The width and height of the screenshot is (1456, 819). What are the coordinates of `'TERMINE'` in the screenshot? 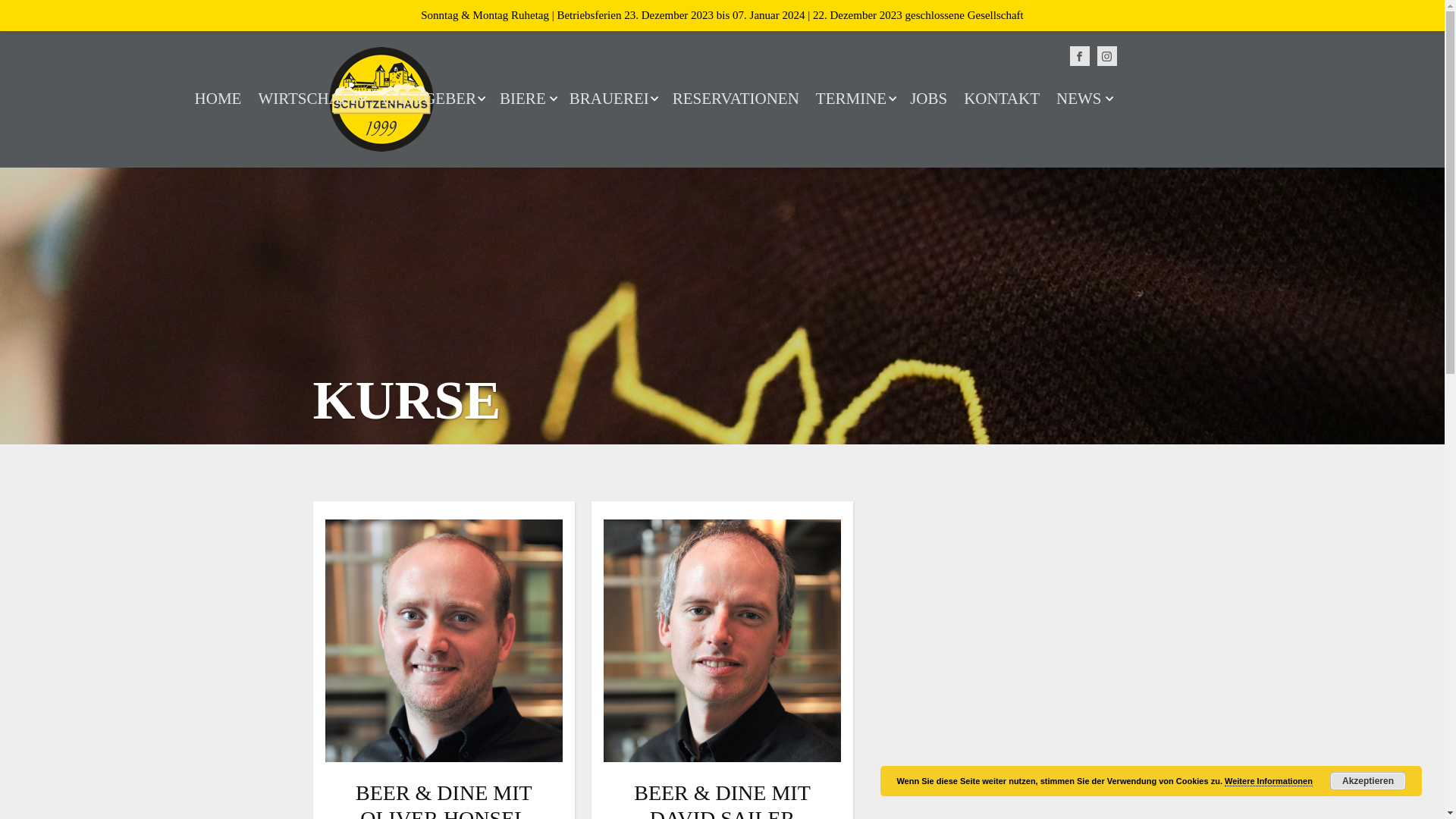 It's located at (855, 99).